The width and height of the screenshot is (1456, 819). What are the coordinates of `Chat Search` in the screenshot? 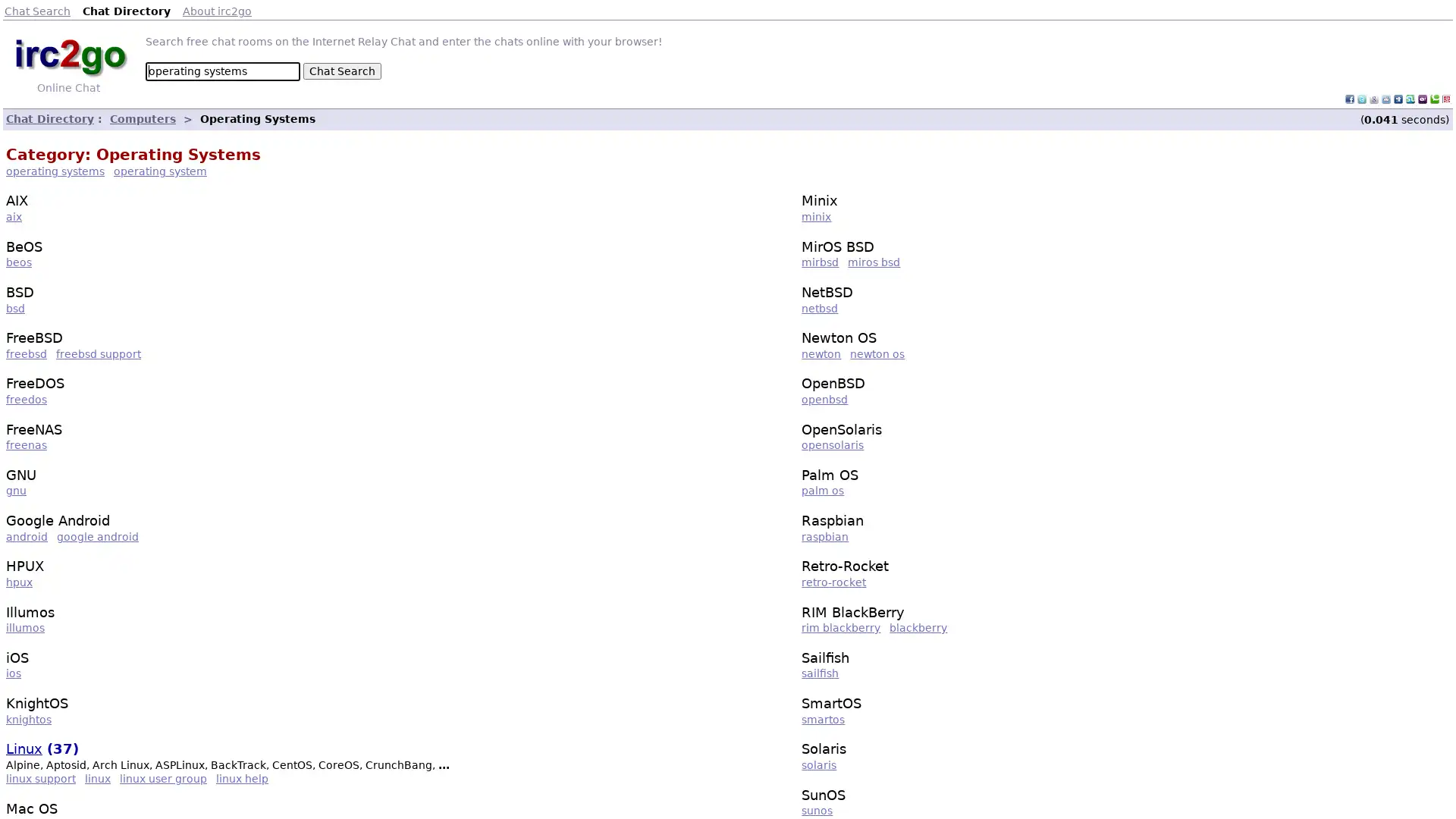 It's located at (341, 71).